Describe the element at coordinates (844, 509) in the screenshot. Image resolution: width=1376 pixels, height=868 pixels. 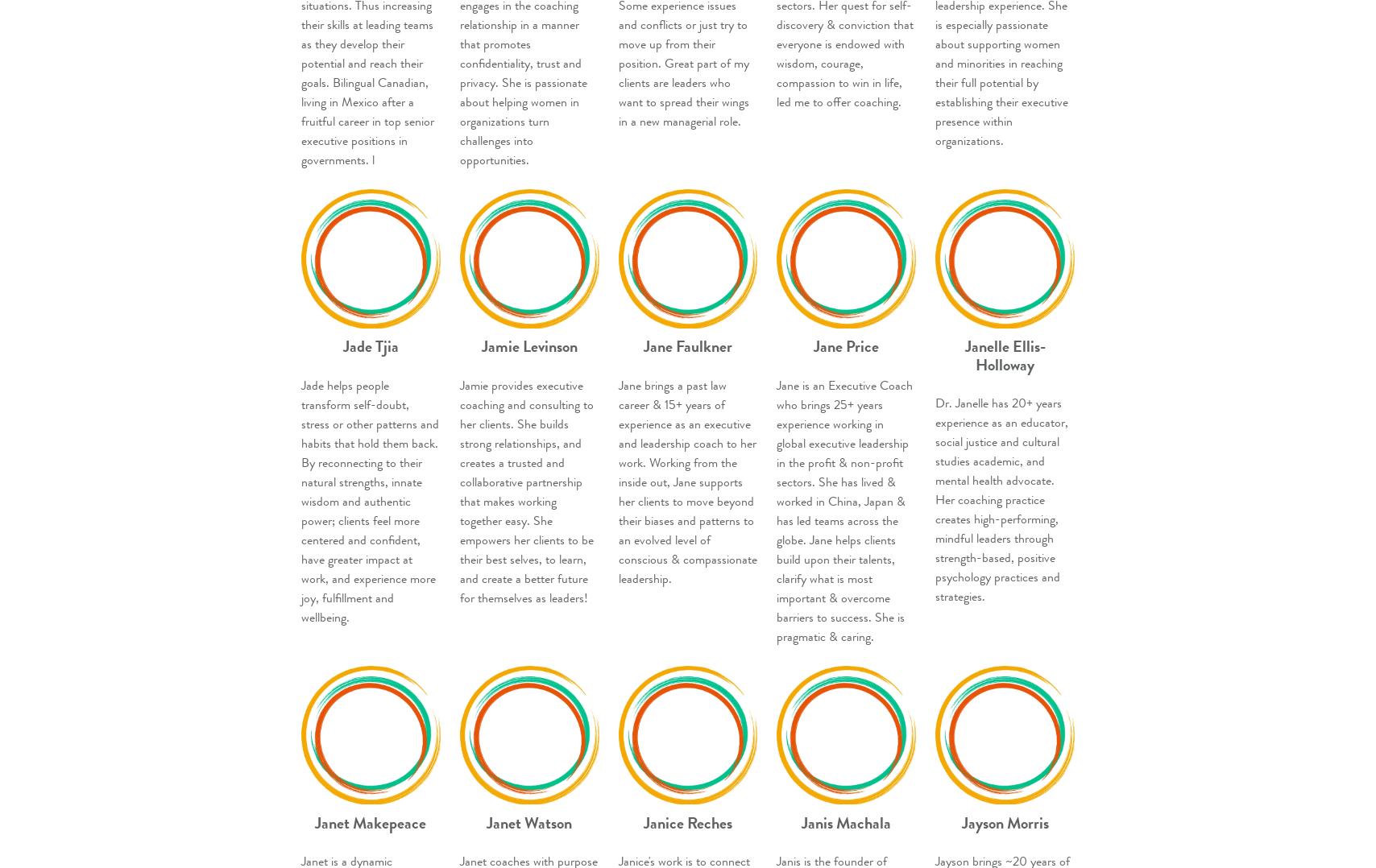
I see `'Jane is an Executive Coach who brings 25+ years experience working in global executive leadership in the profit & non-profit sectors. She has lived & worked in China, Japan & has led teams across the globe. Jane helps clients build upon their talents, clarify what is most important & overcome barriers to success. She is pragmatic & caring.'` at that location.